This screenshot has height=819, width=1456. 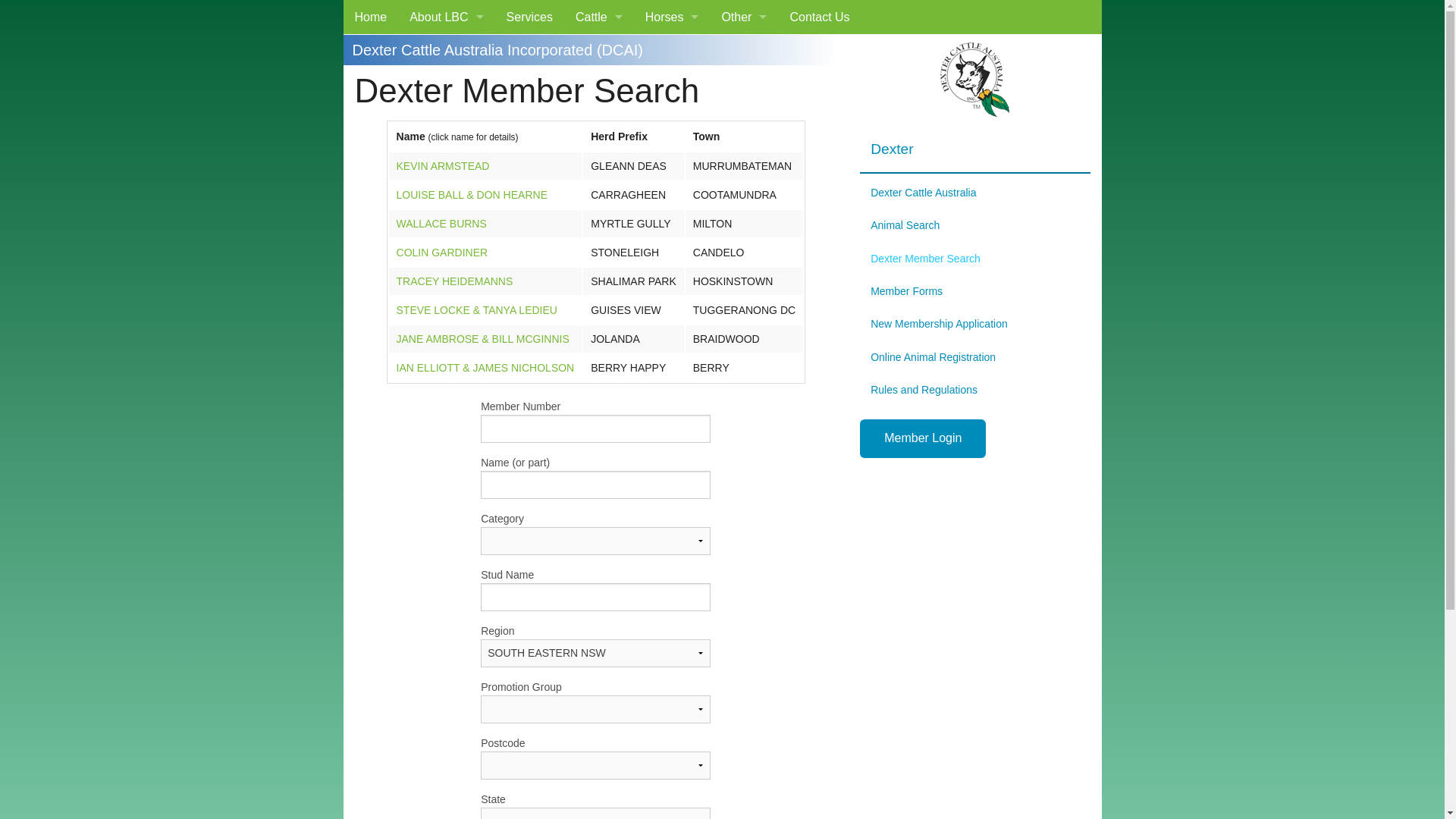 What do you see at coordinates (671, 17) in the screenshot?
I see `'Horses'` at bounding box center [671, 17].